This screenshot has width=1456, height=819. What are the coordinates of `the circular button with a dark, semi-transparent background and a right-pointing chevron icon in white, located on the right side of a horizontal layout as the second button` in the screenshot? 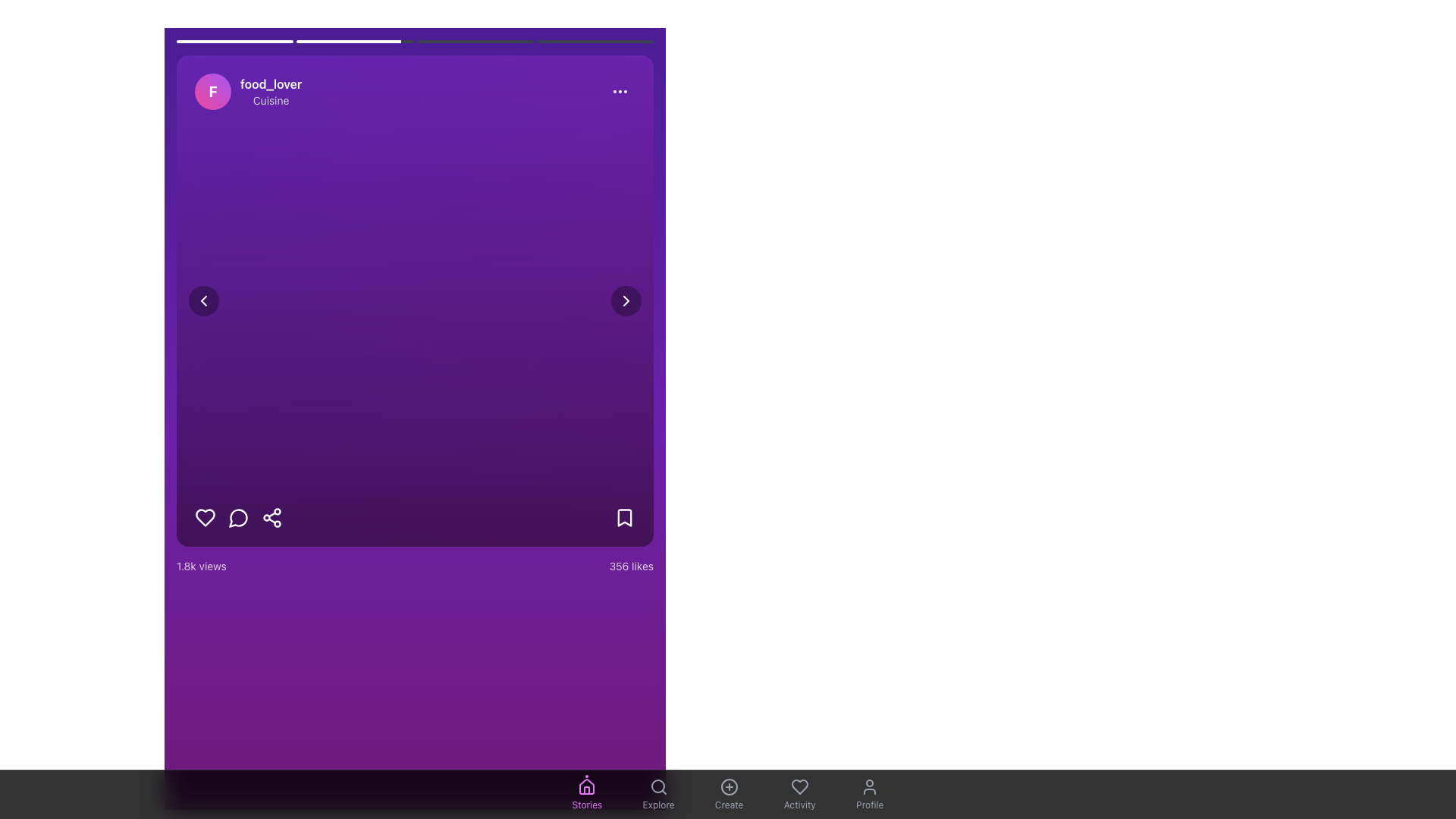 It's located at (626, 301).